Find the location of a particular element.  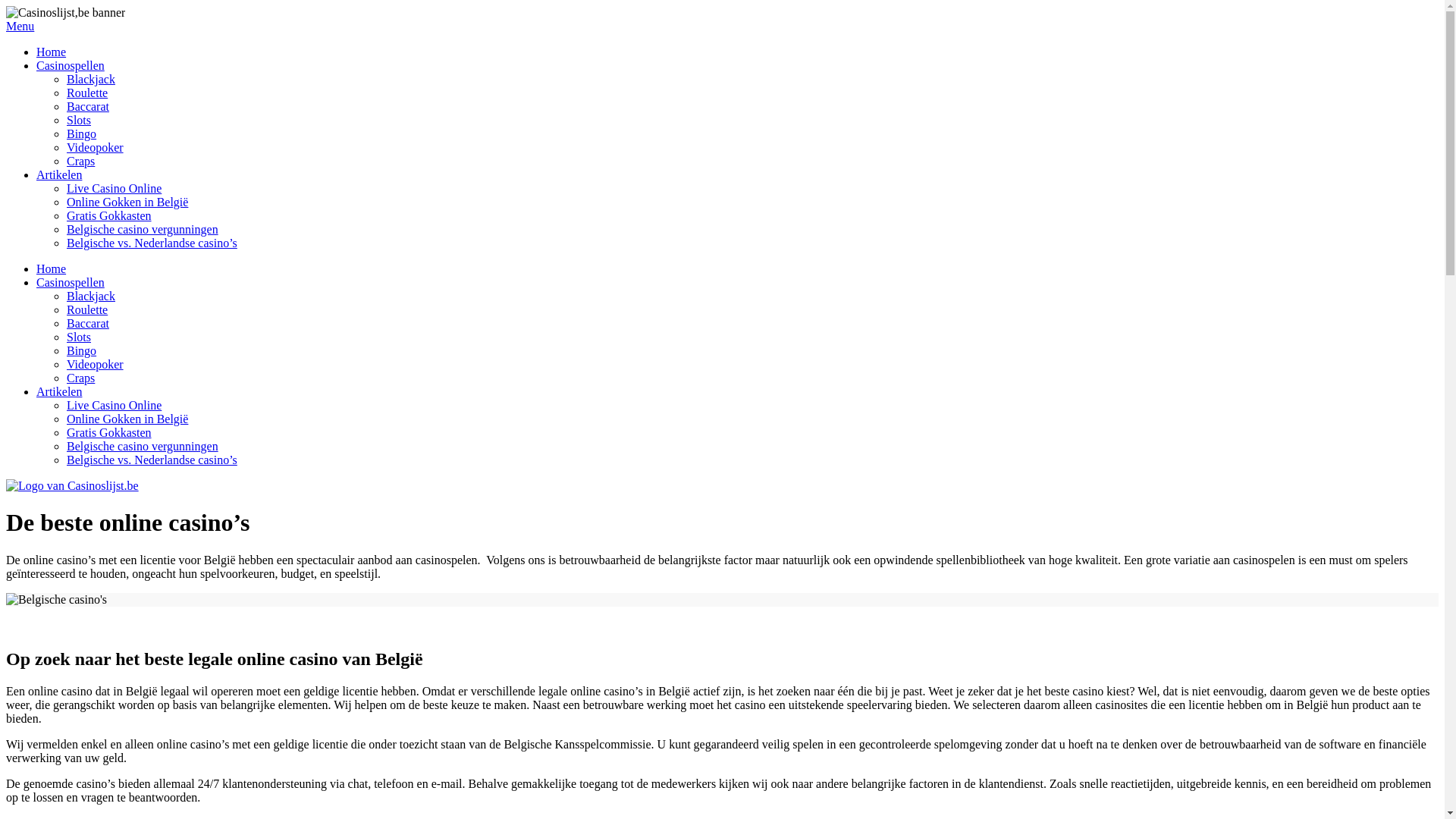

'Belgische casino vergunningen' is located at coordinates (142, 445).